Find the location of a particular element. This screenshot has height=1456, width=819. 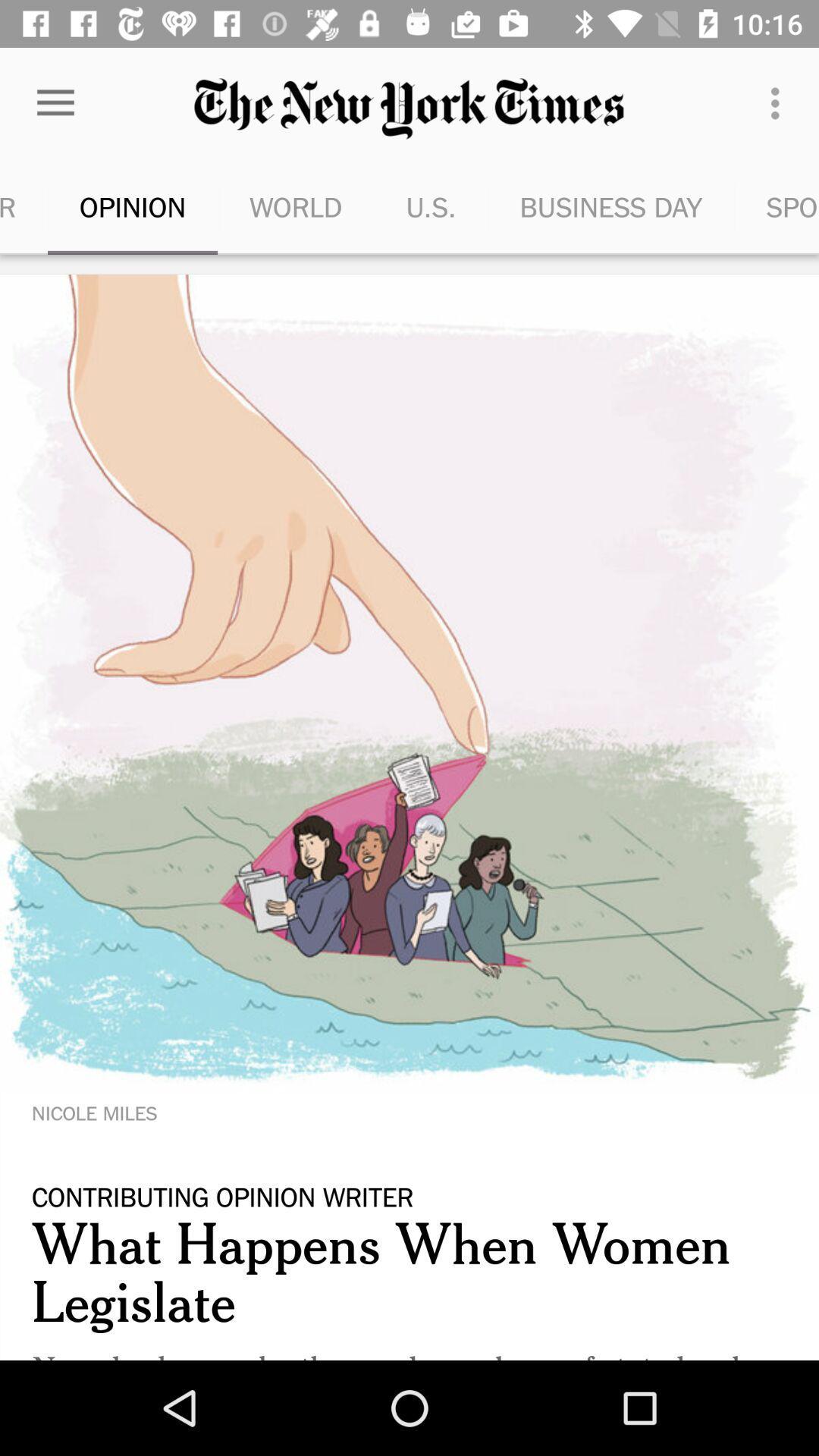

the sports is located at coordinates (777, 206).